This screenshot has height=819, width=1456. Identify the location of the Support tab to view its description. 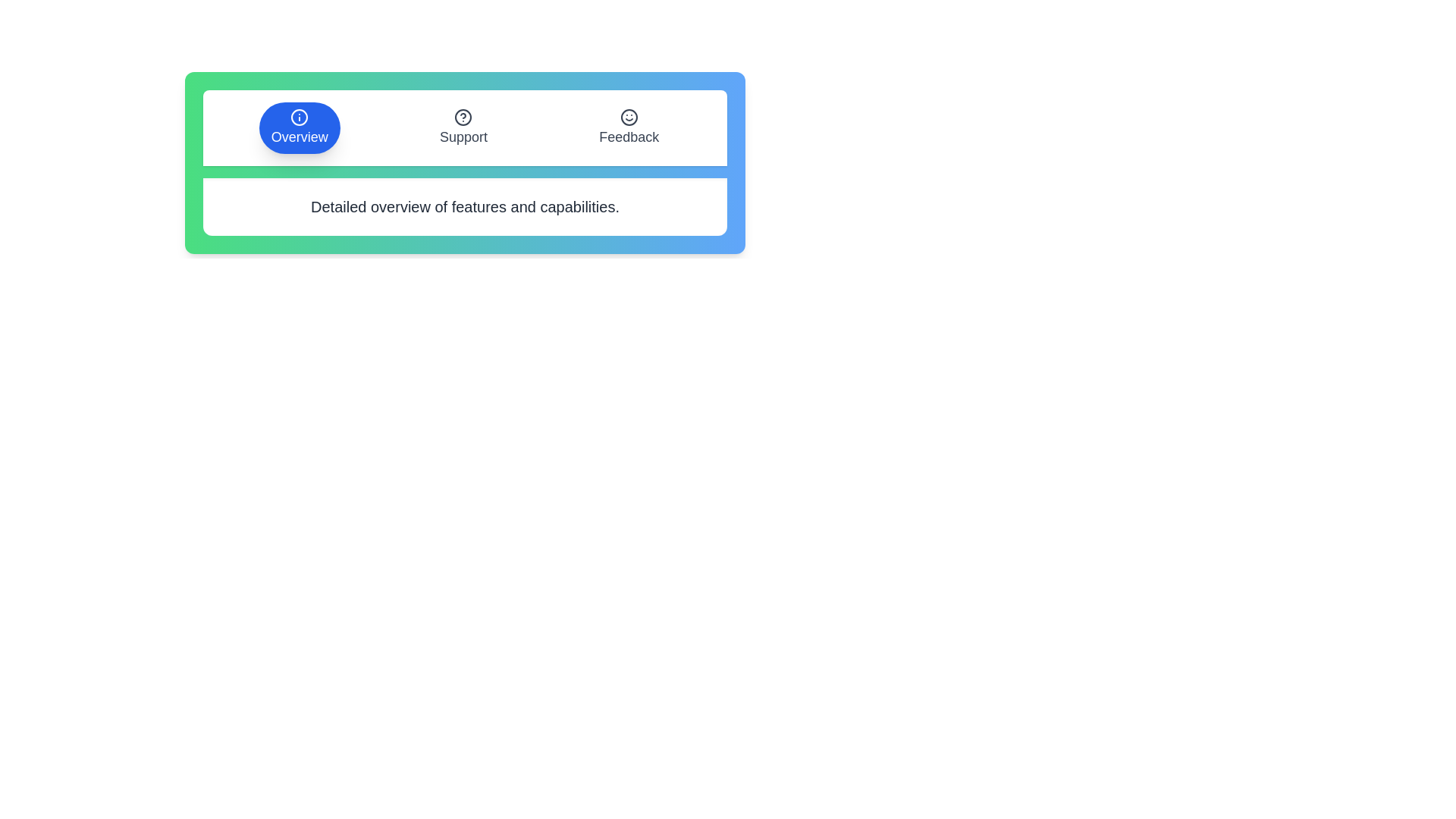
(462, 127).